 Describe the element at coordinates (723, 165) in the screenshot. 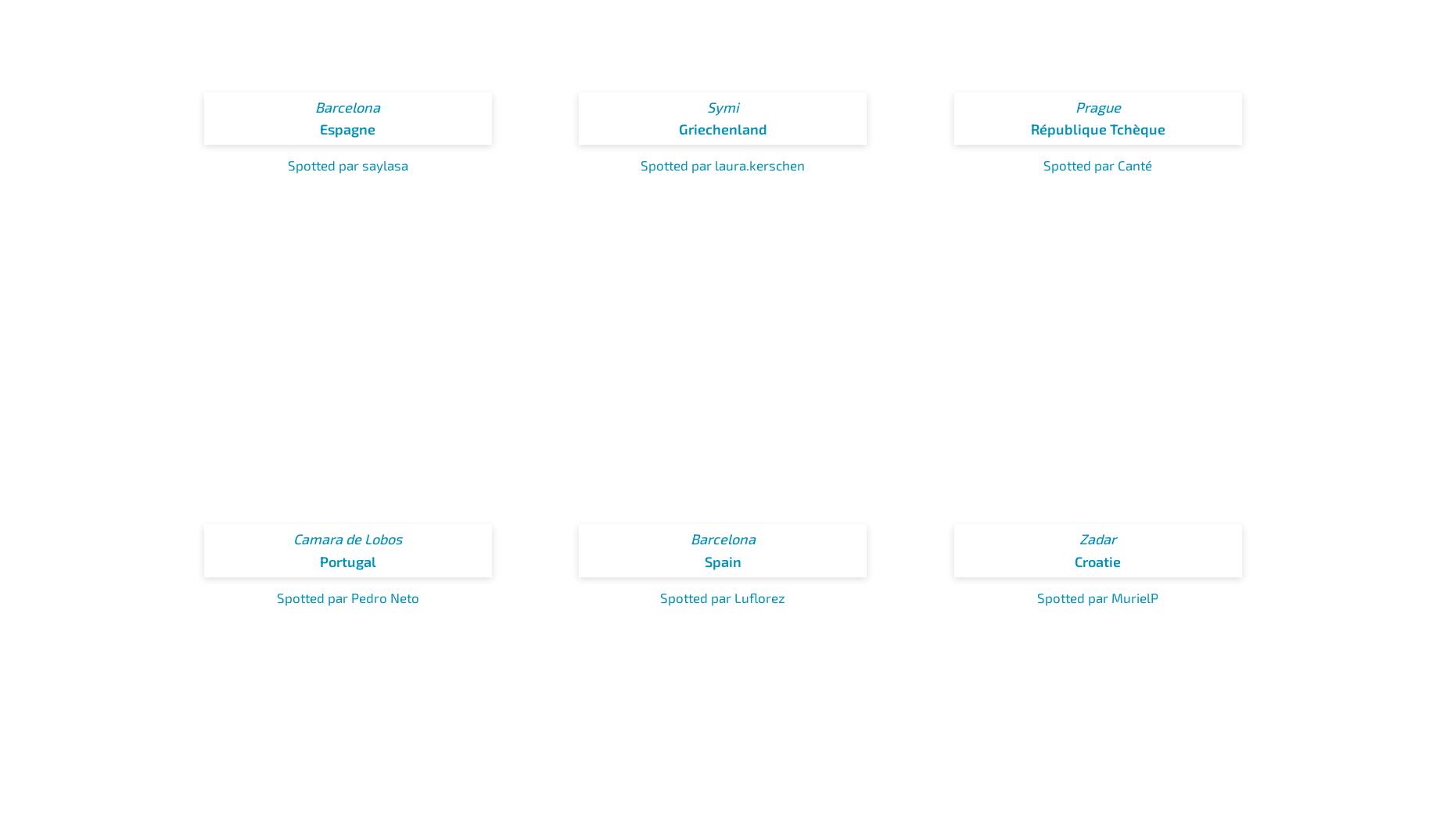

I see `'Spotted par laura.kerschen'` at that location.